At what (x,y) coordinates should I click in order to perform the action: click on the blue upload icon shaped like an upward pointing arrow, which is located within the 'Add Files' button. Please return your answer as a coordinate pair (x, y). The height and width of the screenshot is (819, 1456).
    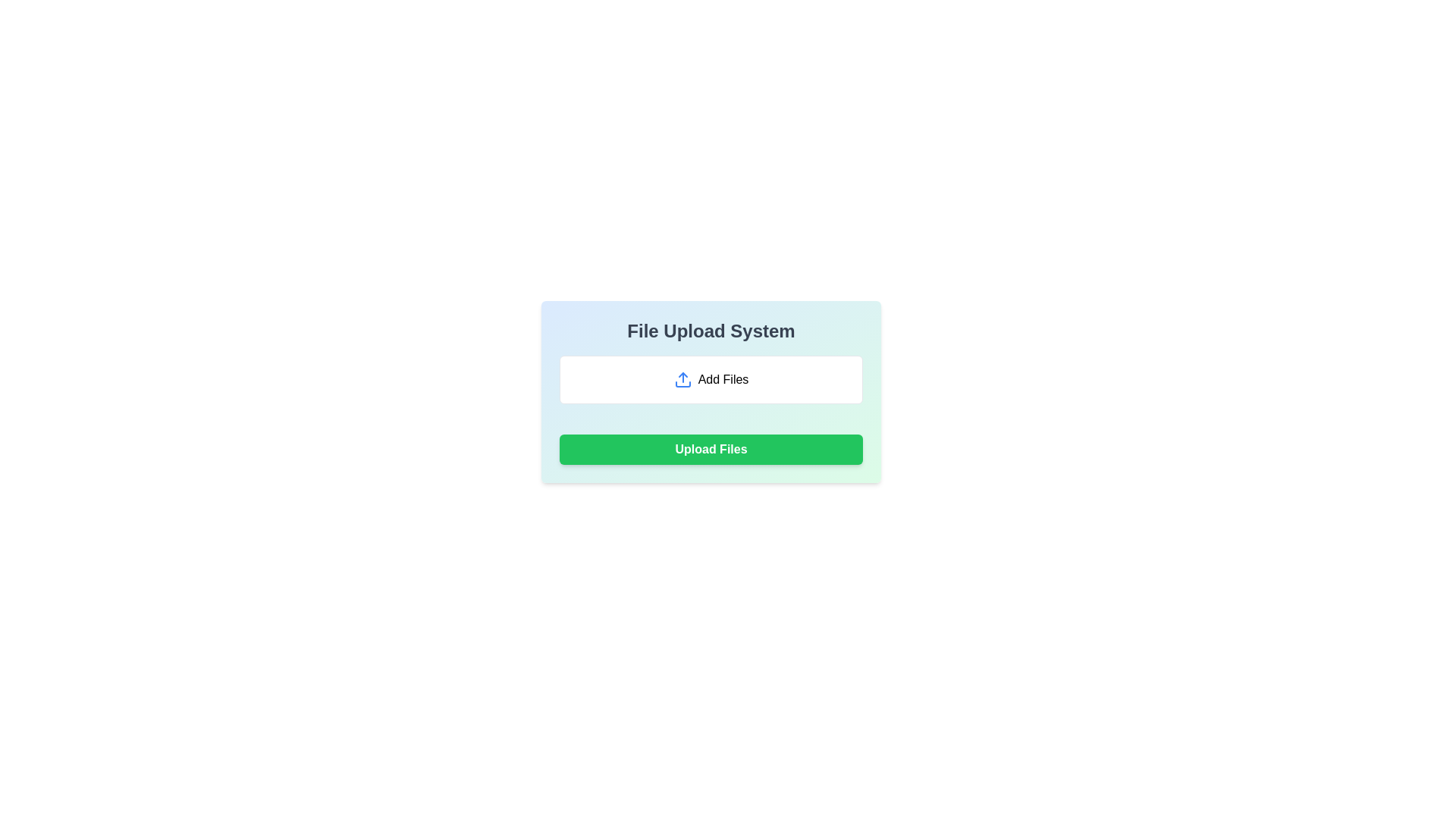
    Looking at the image, I should click on (682, 379).